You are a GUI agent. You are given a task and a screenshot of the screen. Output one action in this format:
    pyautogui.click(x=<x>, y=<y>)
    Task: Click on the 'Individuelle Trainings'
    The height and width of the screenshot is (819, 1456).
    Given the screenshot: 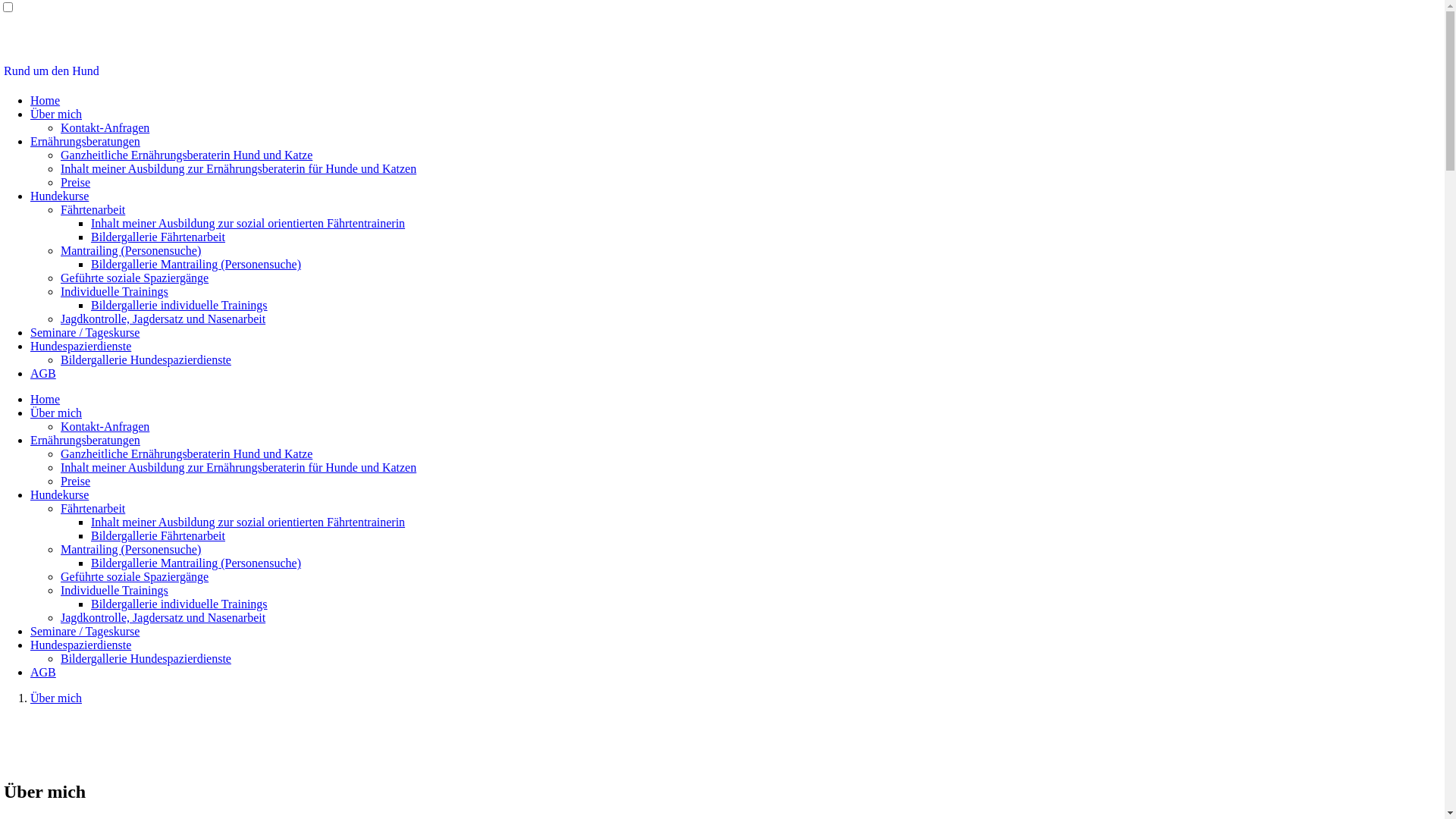 What is the action you would take?
    pyautogui.click(x=113, y=291)
    